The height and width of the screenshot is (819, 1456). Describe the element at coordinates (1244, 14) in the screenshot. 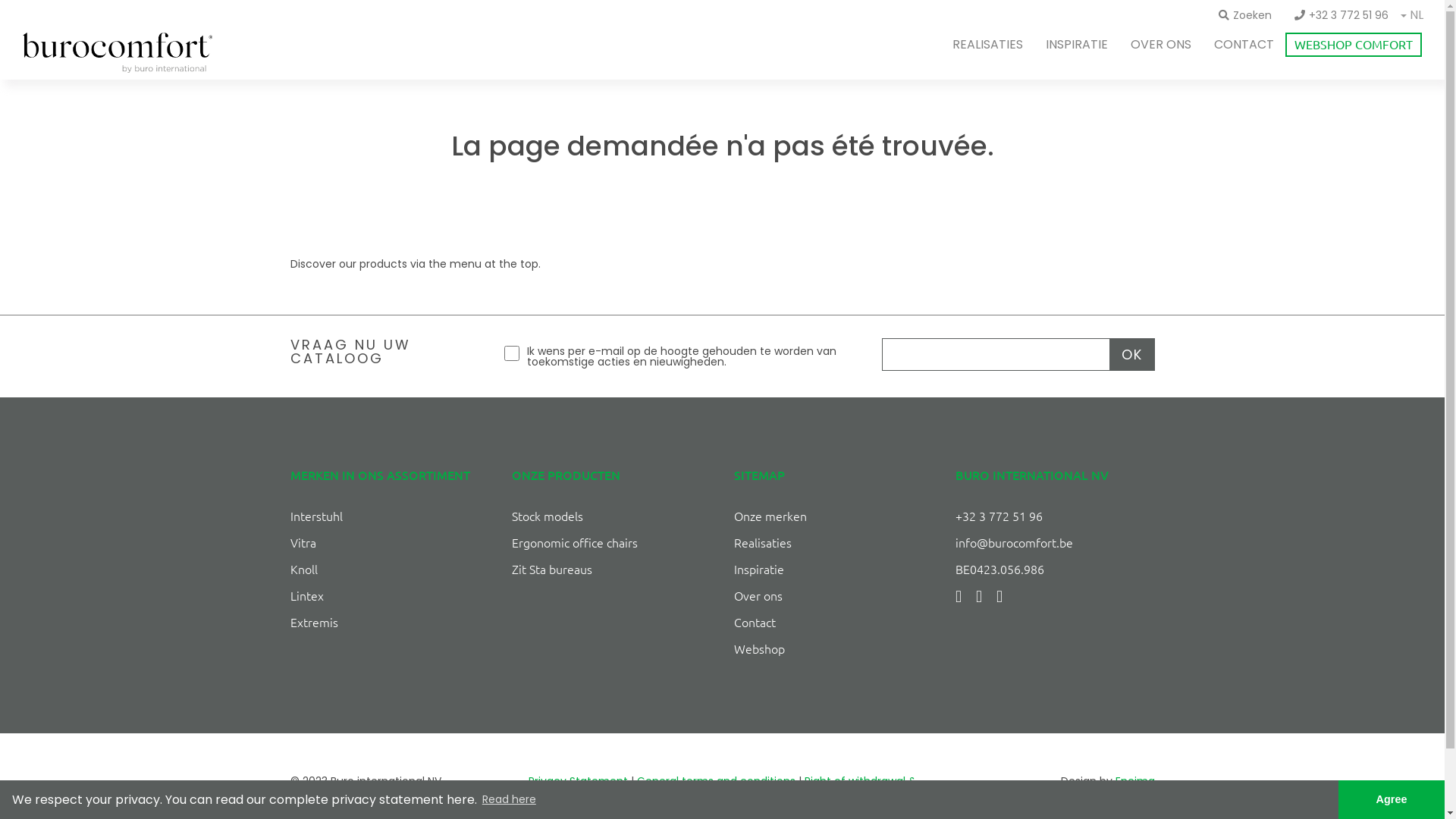

I see `'Zoeken'` at that location.